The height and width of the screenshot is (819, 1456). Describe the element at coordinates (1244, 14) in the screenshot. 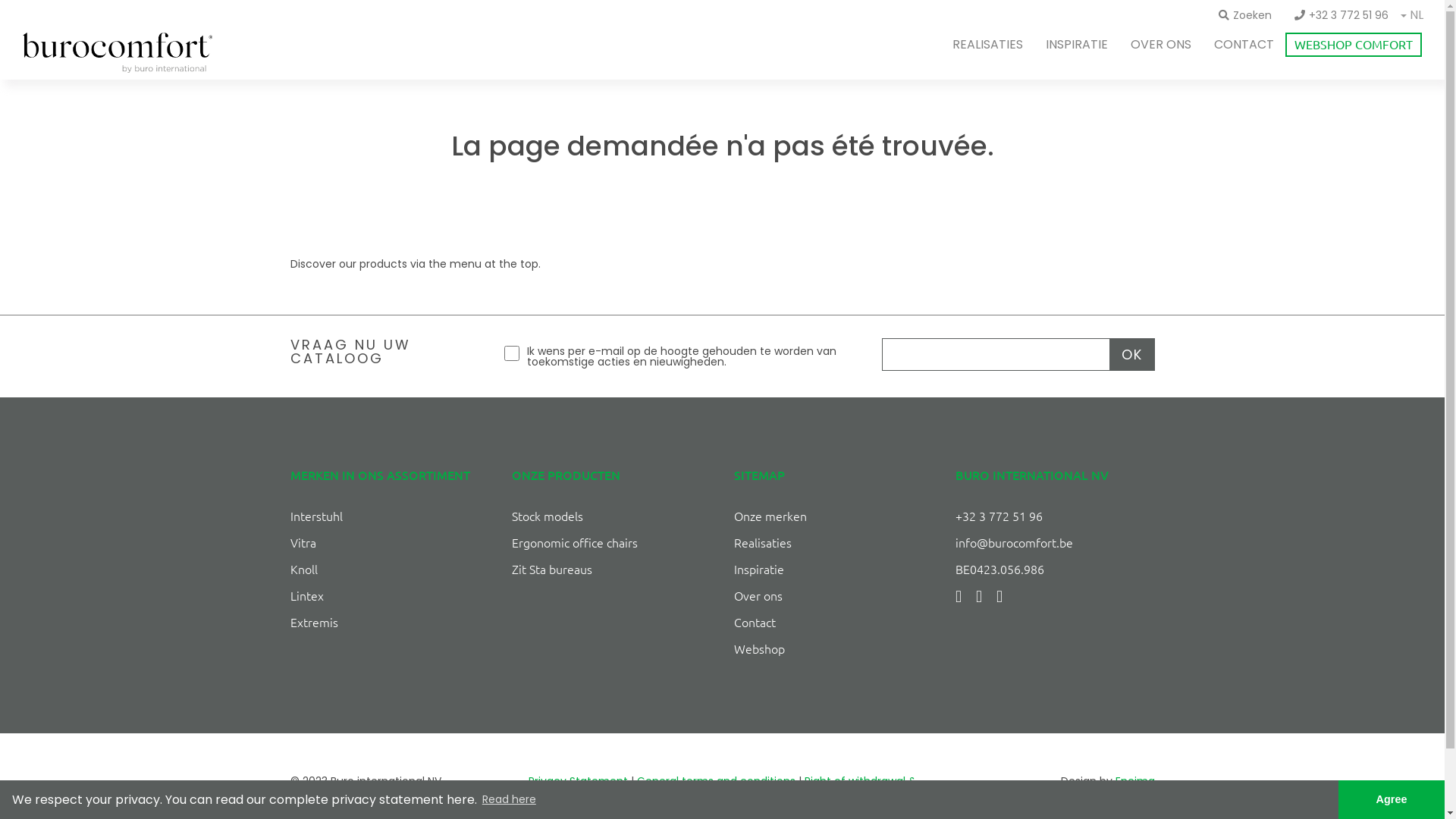

I see `'Zoeken'` at that location.